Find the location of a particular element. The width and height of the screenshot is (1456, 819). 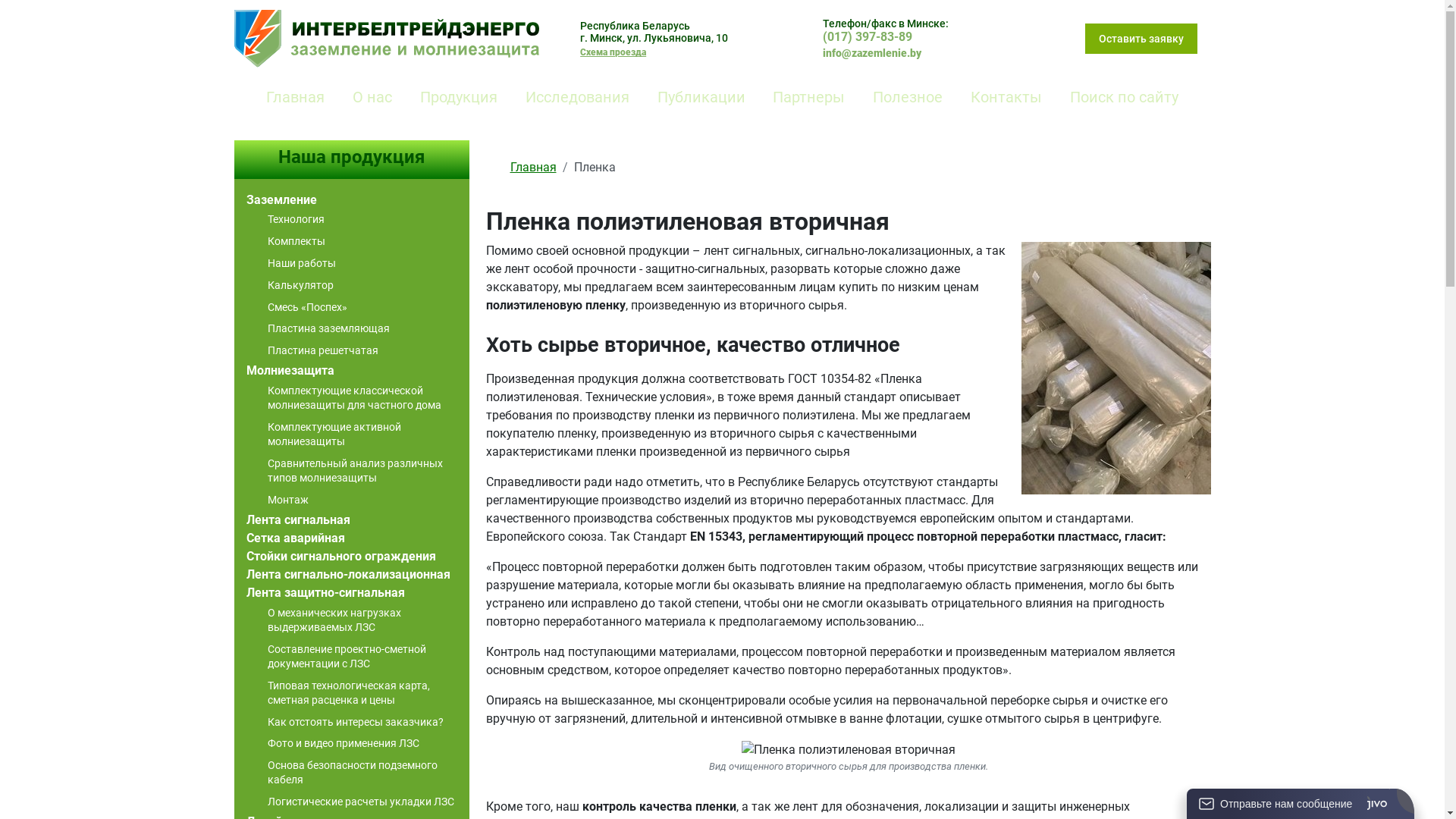

'(017) 397-83-89' is located at coordinates (867, 36).